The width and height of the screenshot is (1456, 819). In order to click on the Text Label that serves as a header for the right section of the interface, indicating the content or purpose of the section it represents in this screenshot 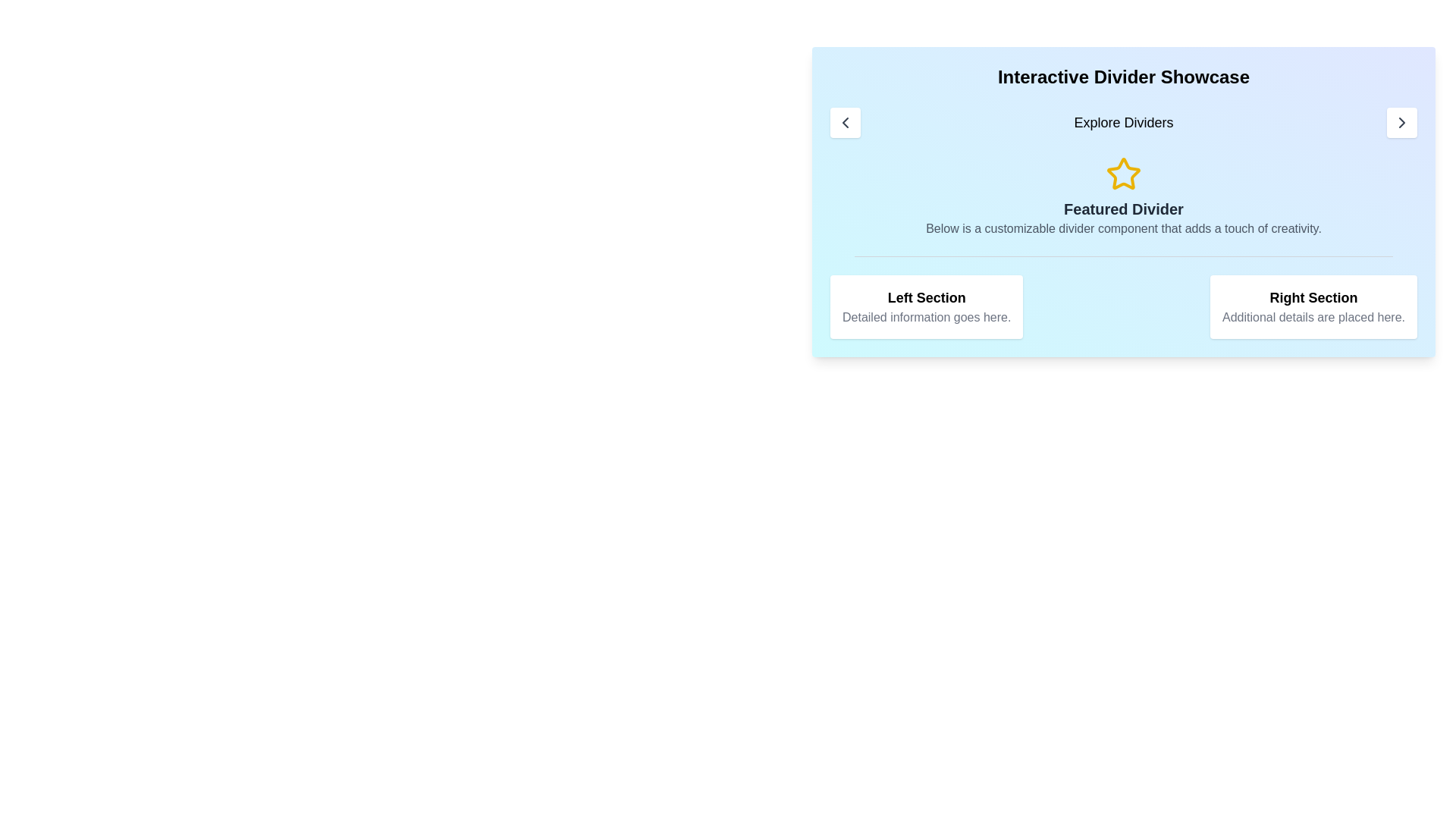, I will do `click(1313, 298)`.